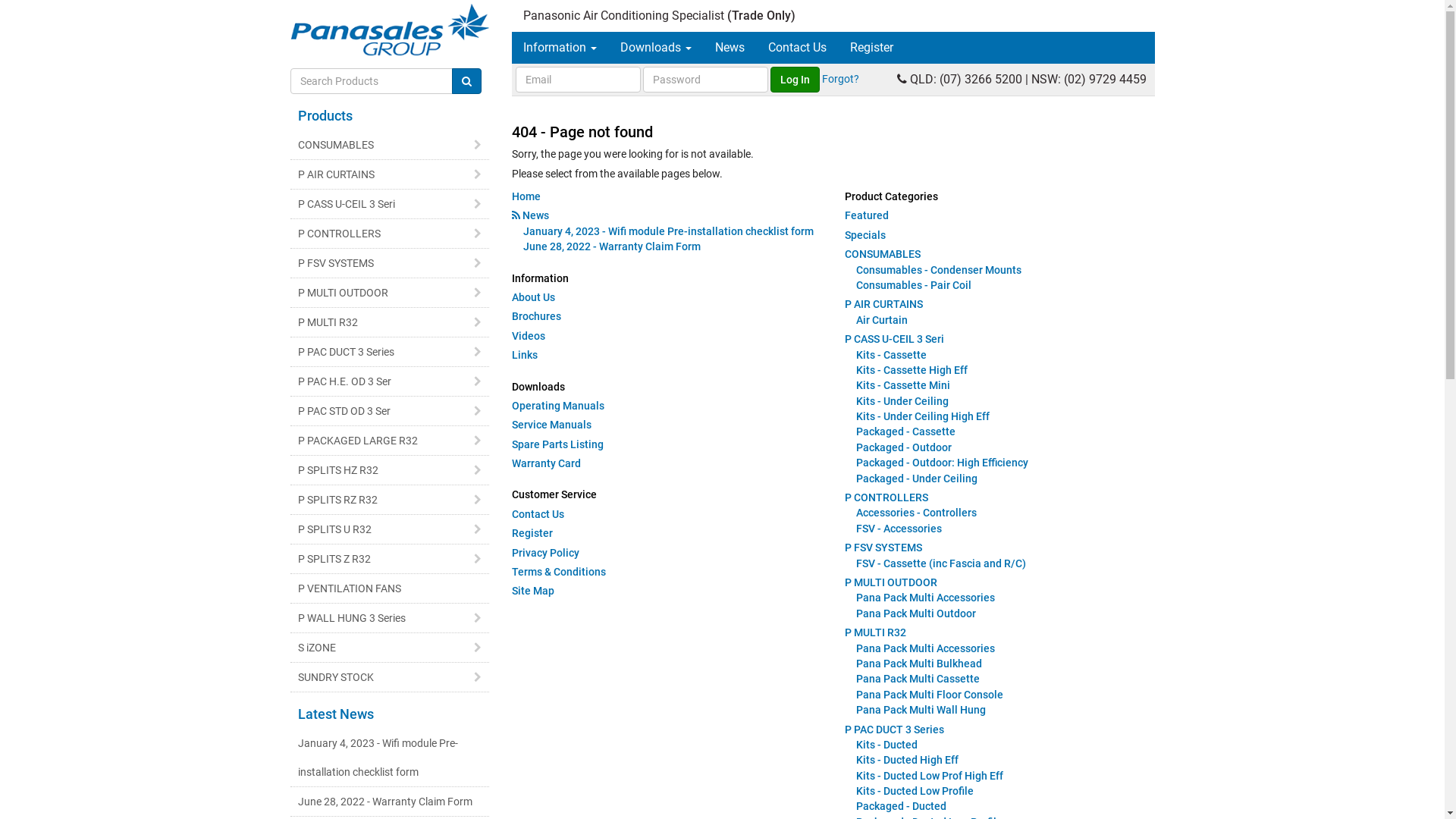 This screenshot has height=819, width=1456. What do you see at coordinates (290, 500) in the screenshot?
I see `'P SPLITS RZ R32'` at bounding box center [290, 500].